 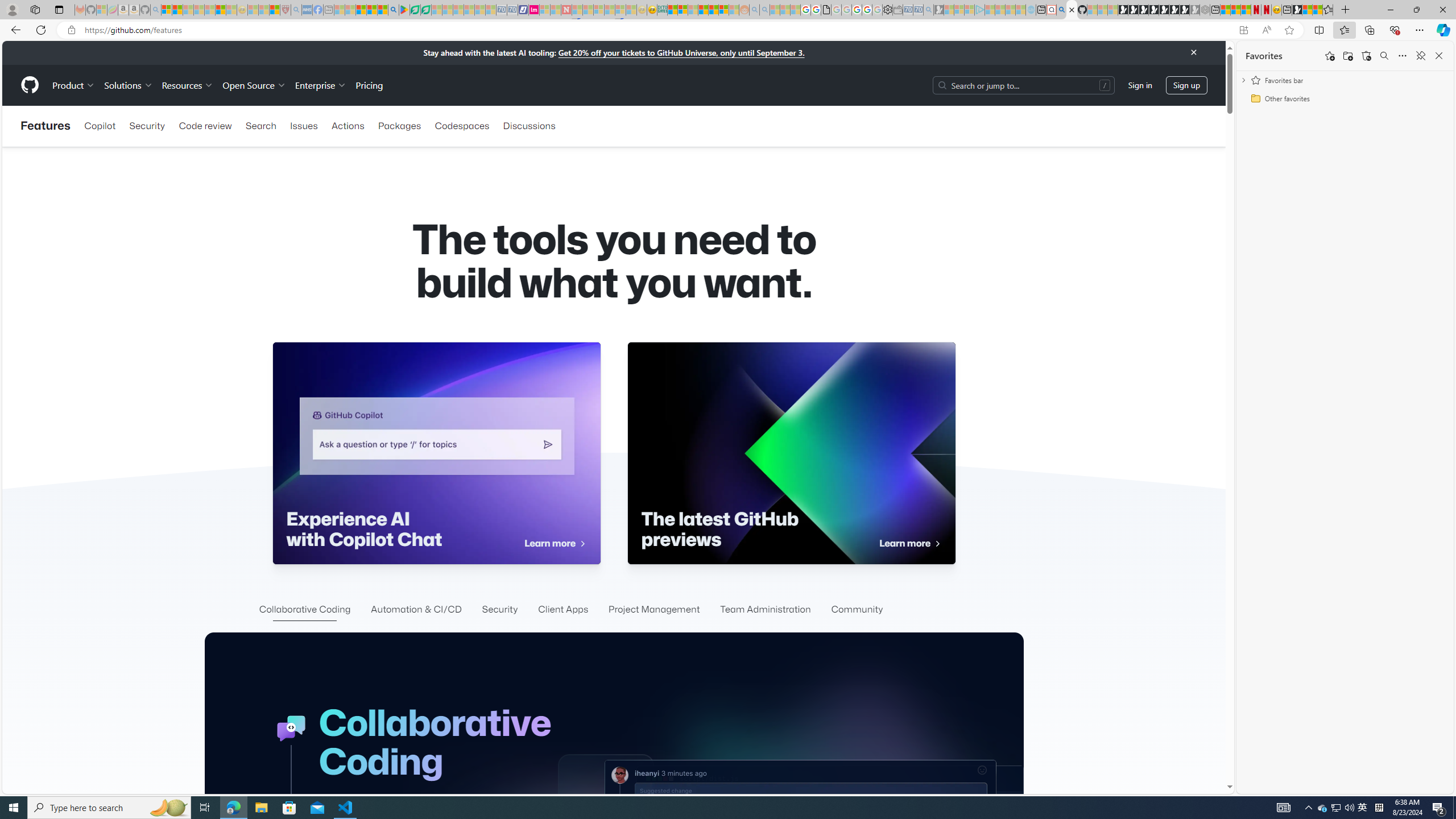 What do you see at coordinates (653, 610) in the screenshot?
I see `'Project Management'` at bounding box center [653, 610].